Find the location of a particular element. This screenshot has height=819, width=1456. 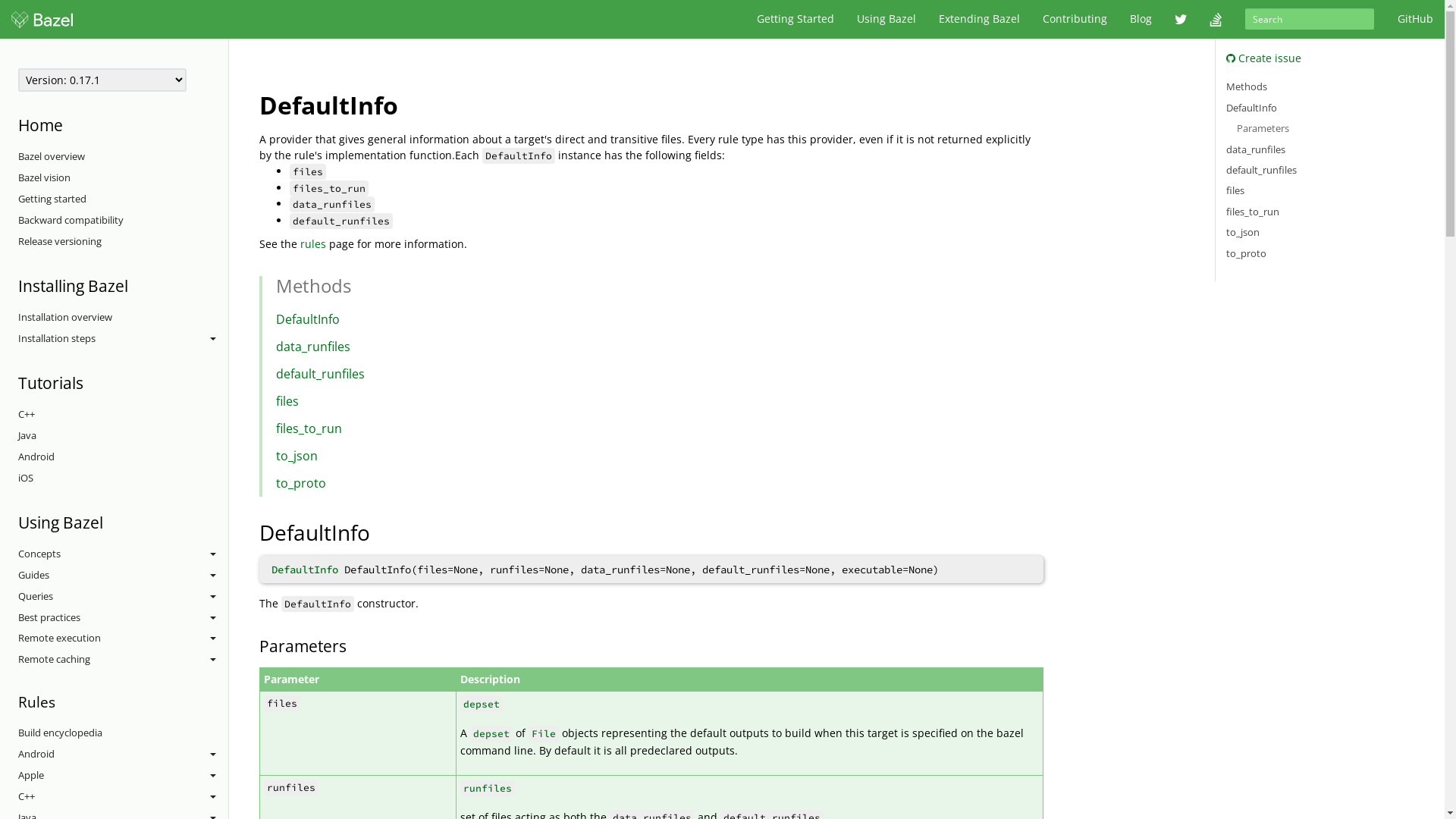

'to_json' is located at coordinates (297, 455).